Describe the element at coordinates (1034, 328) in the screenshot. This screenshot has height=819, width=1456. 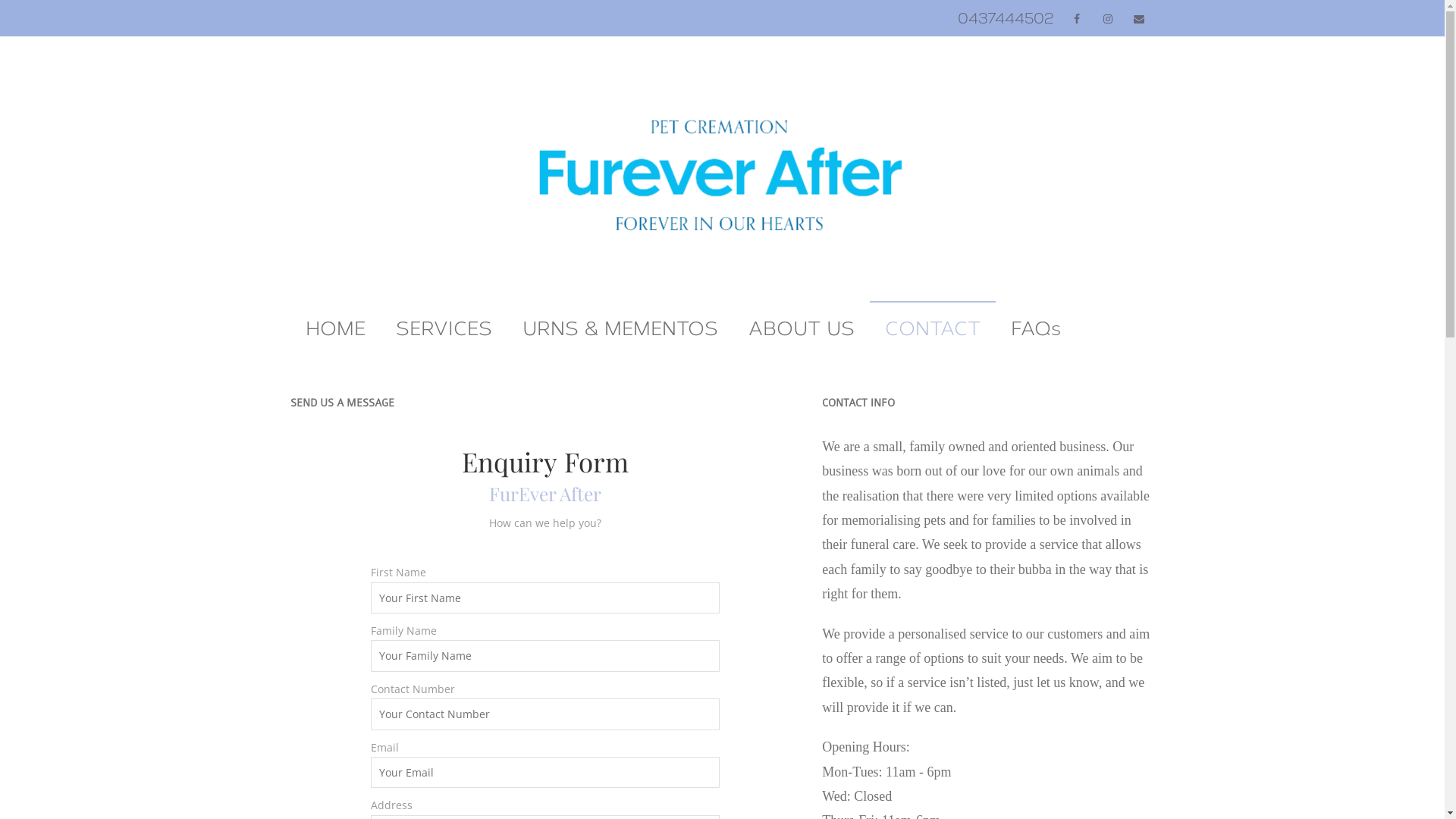
I see `'FAQs'` at that location.